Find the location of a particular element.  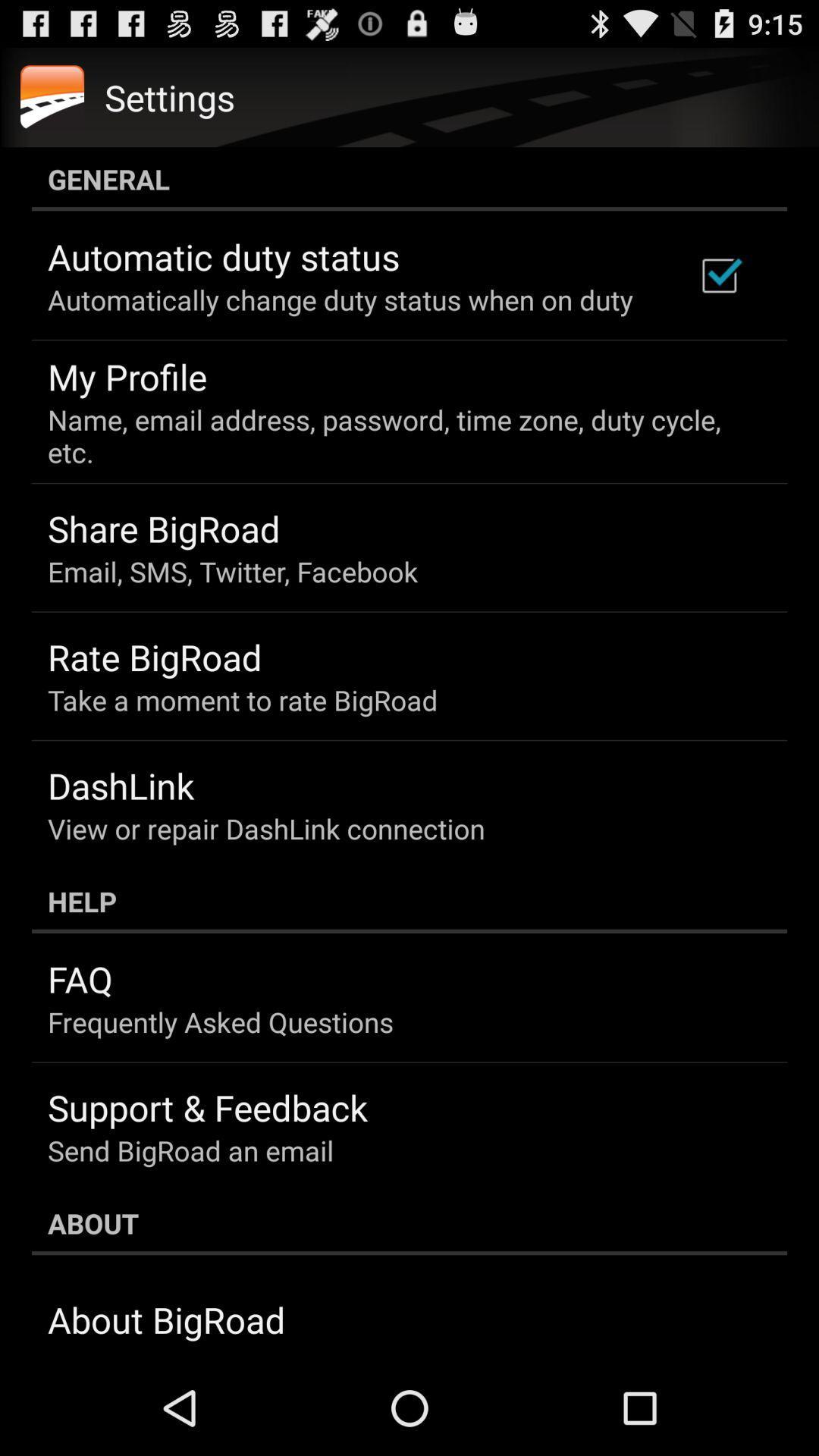

the app next to automatically change duty icon is located at coordinates (718, 275).